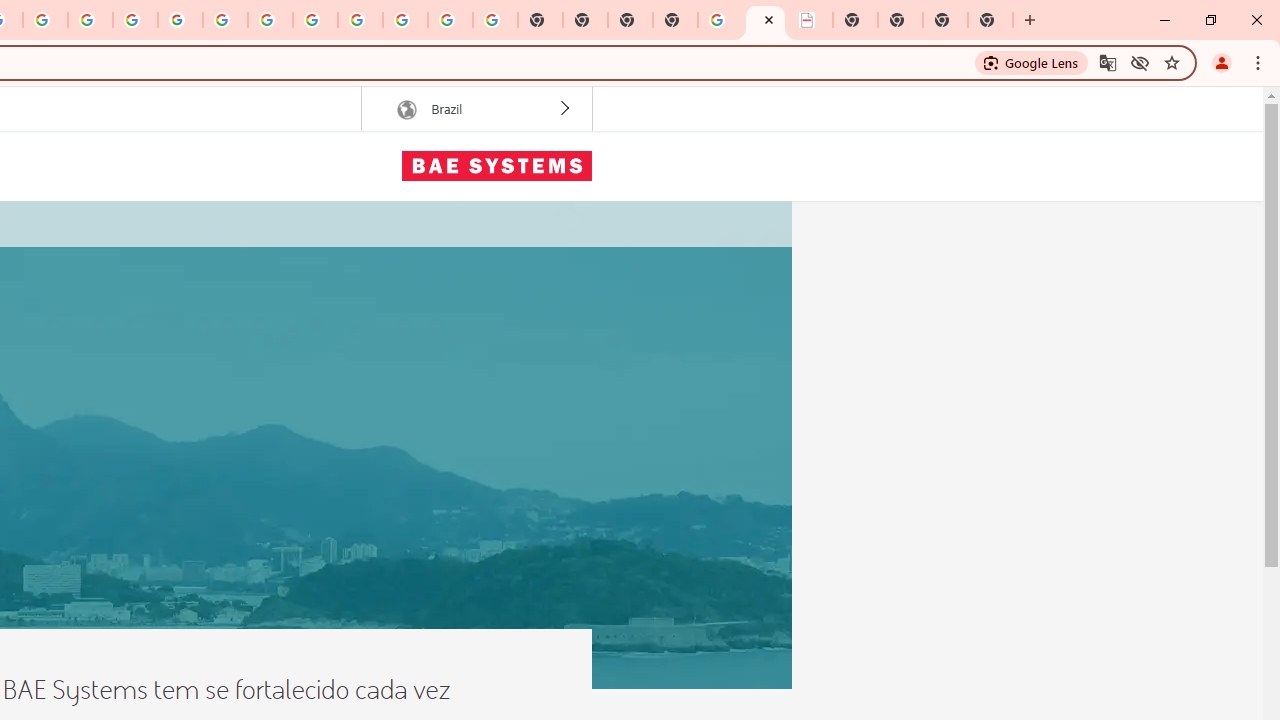  Describe the element at coordinates (495, 20) in the screenshot. I see `'Google Images'` at that location.